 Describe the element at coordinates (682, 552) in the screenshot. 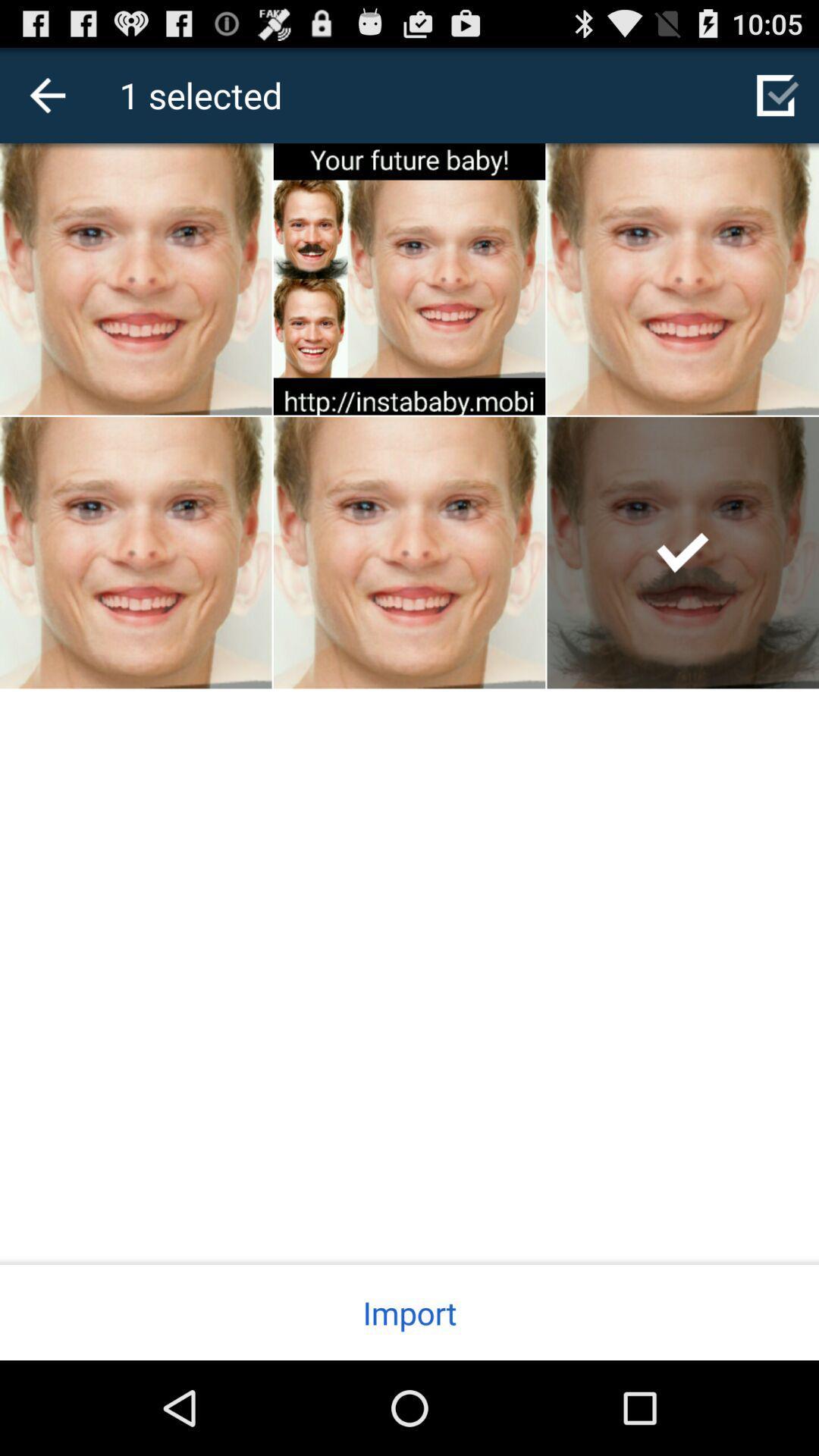

I see `tick symbol in the last image` at that location.